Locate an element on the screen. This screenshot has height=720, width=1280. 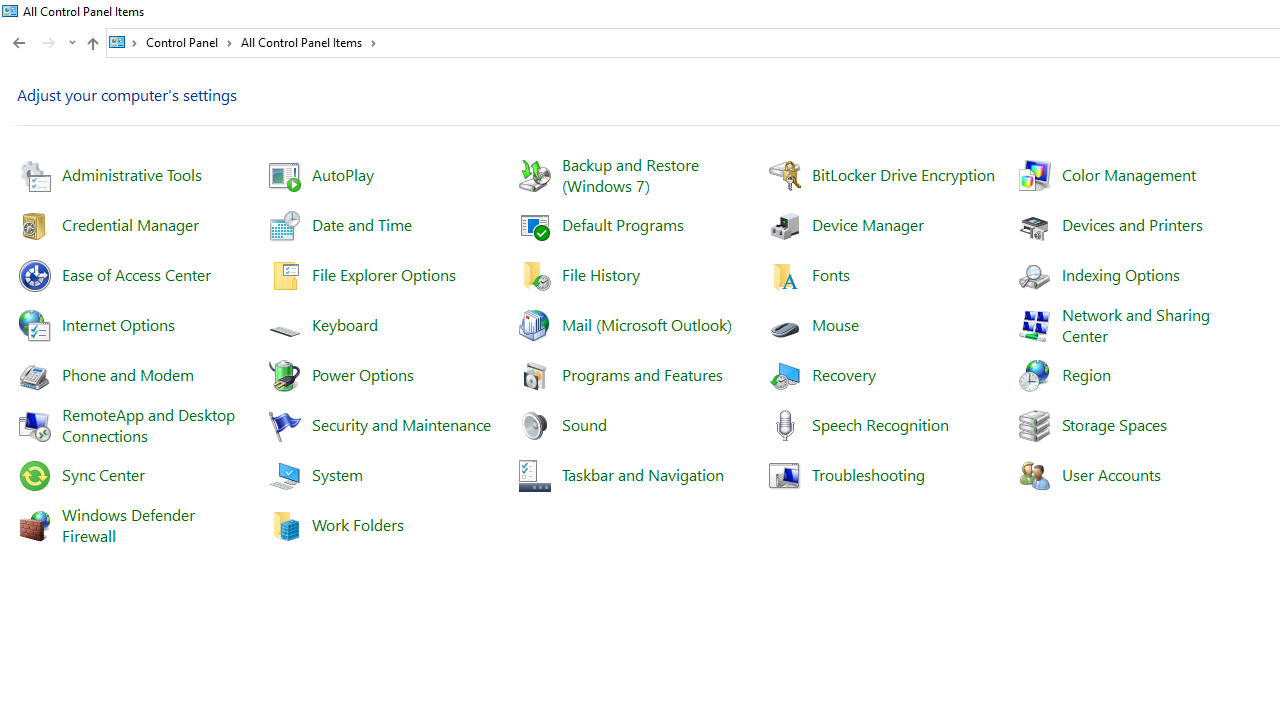
'Device Manager' is located at coordinates (867, 224).